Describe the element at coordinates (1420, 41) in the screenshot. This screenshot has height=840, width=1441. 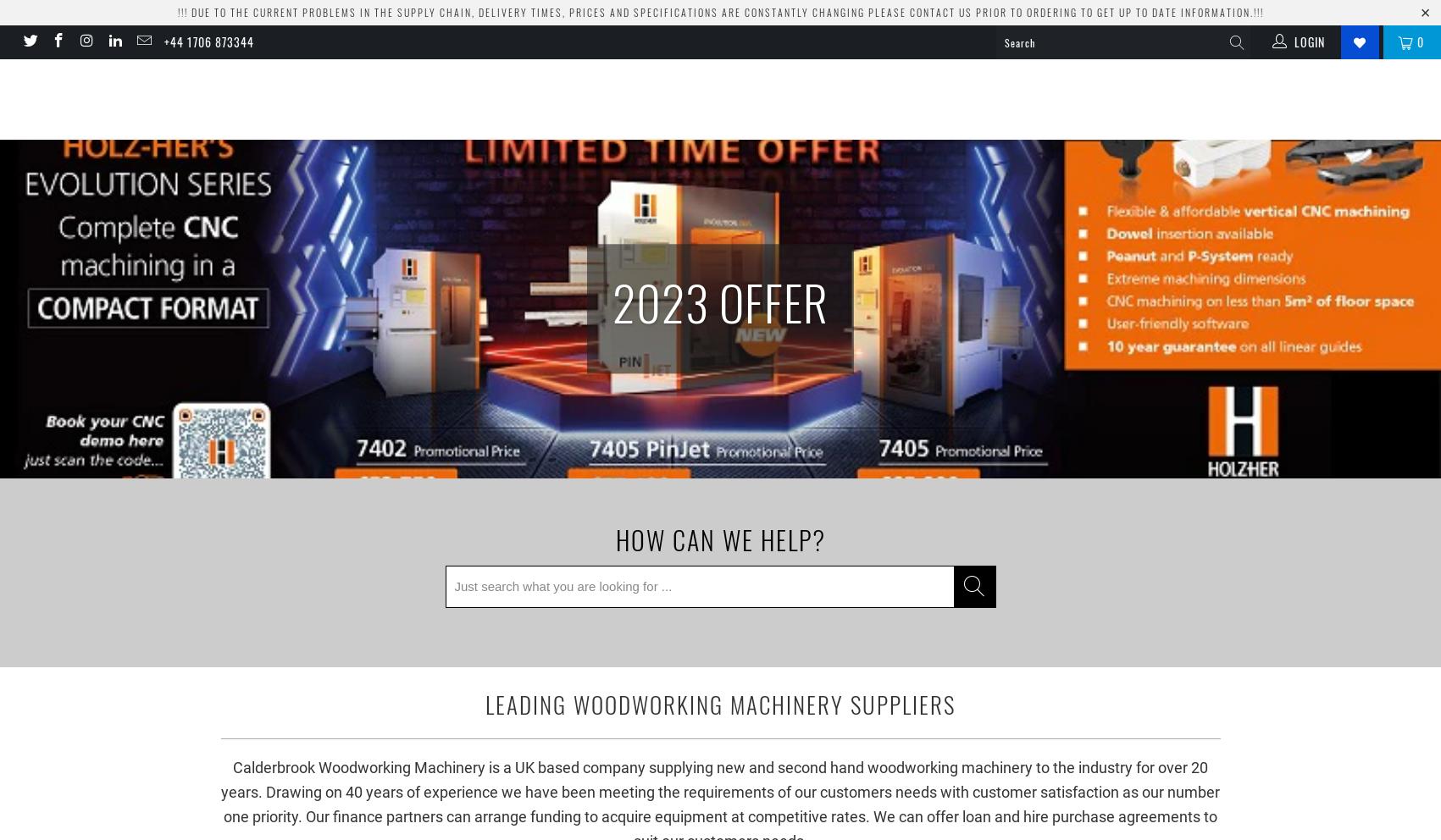
I see `'0'` at that location.